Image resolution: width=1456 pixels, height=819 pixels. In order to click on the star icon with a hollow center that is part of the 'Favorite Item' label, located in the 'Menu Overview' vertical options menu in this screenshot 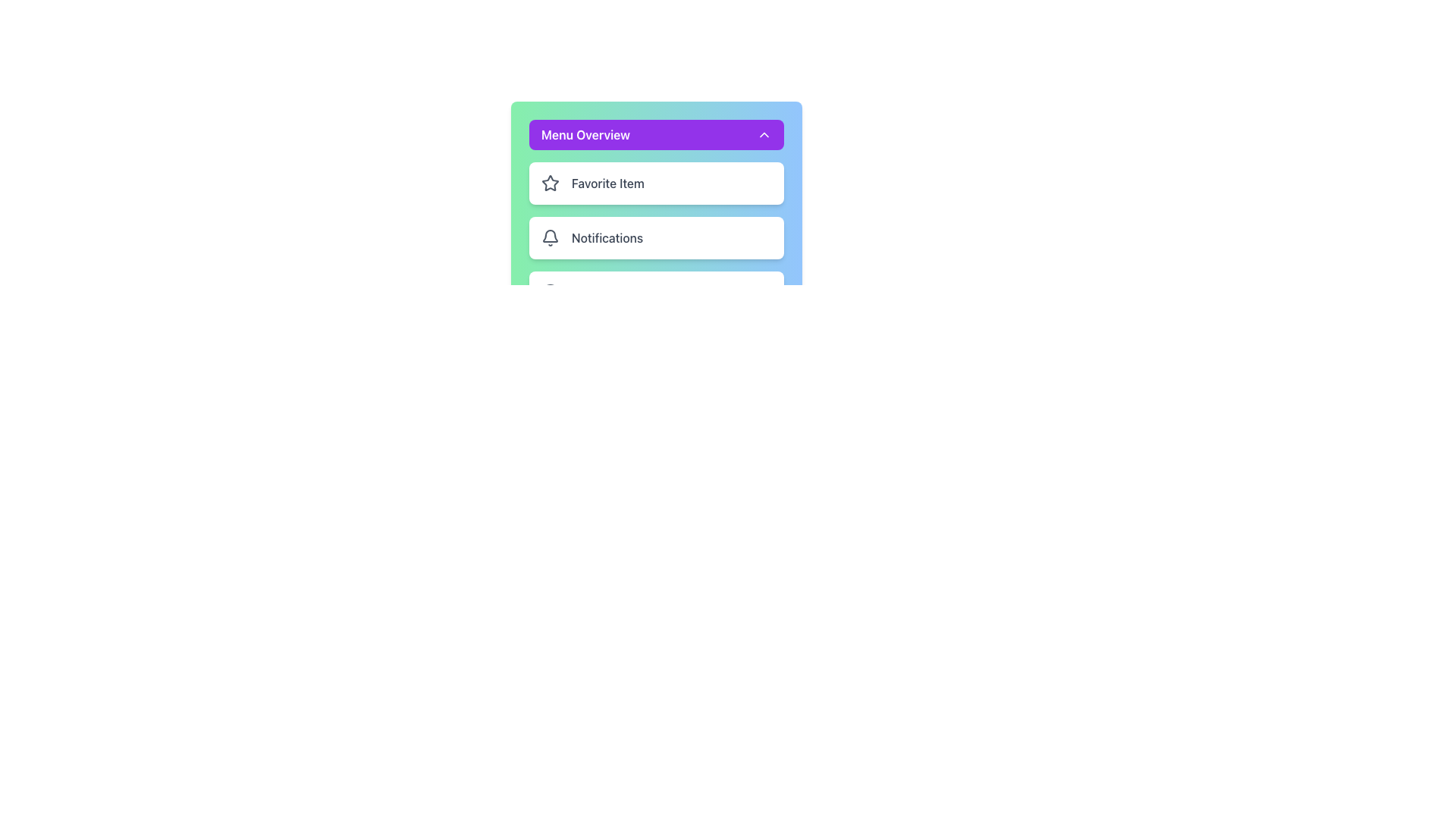, I will do `click(549, 182)`.